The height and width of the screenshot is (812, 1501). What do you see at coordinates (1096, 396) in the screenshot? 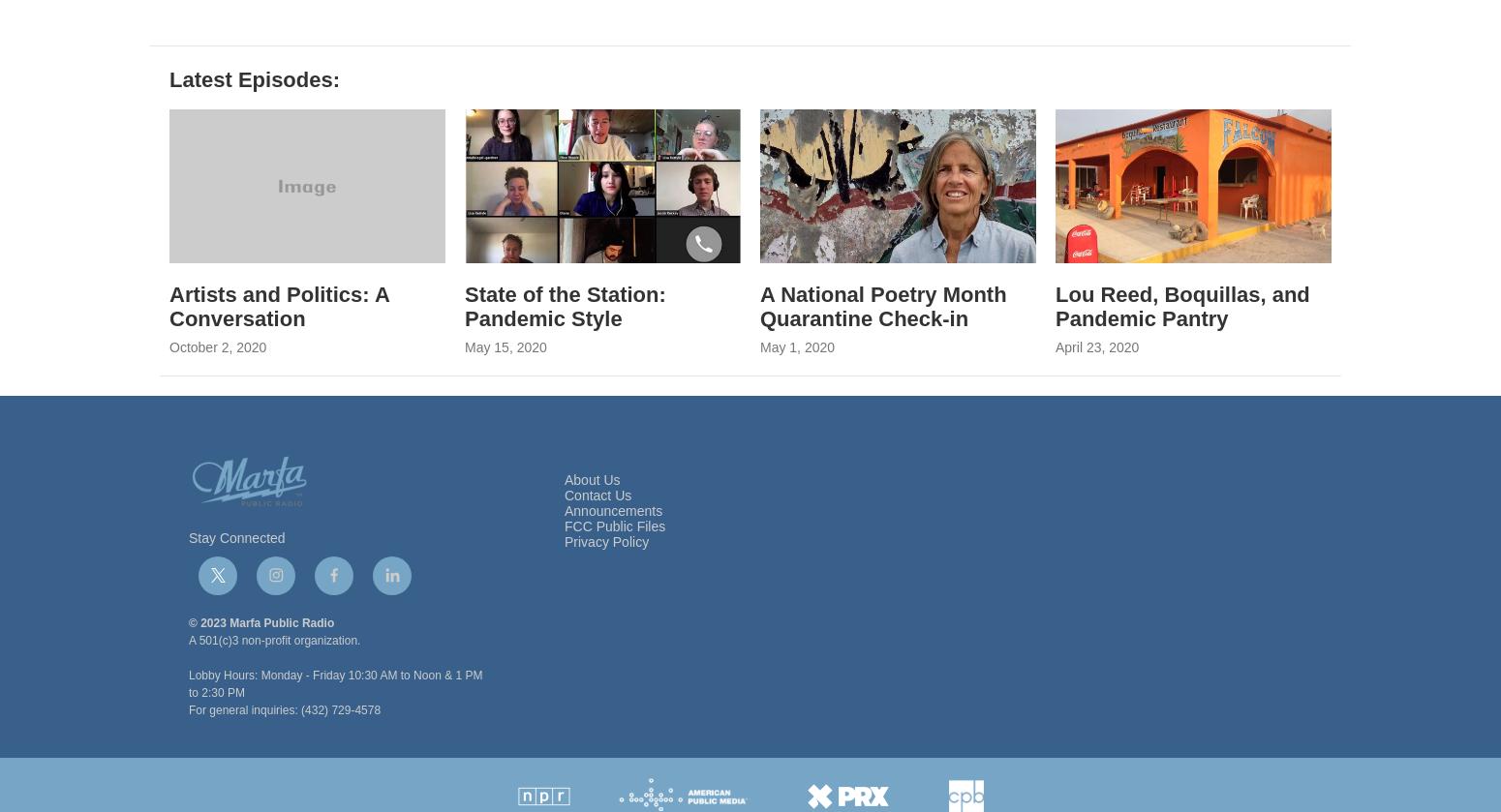
I see `'April 23, 2020'` at bounding box center [1096, 396].